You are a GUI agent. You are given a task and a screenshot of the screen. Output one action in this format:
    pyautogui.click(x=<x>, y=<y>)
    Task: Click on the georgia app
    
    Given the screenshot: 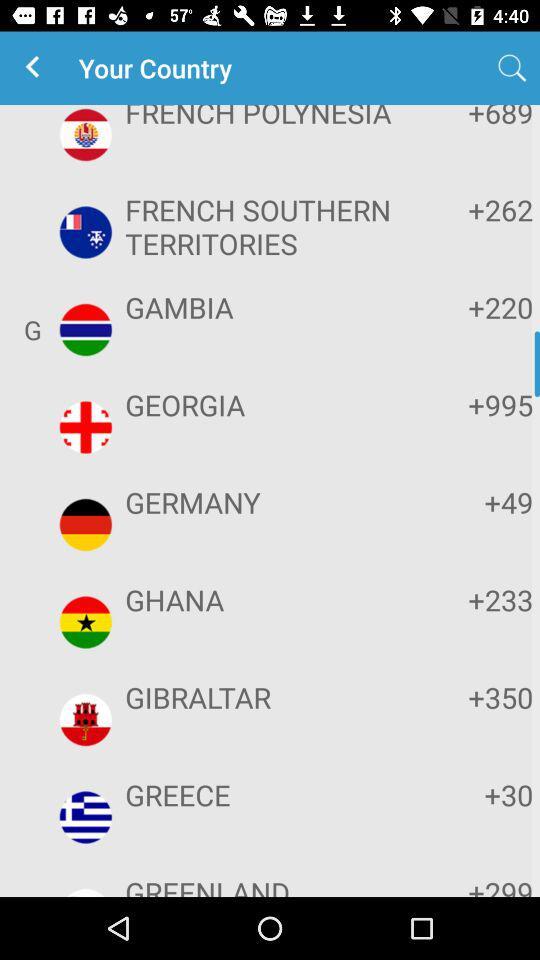 What is the action you would take?
    pyautogui.click(x=267, y=403)
    